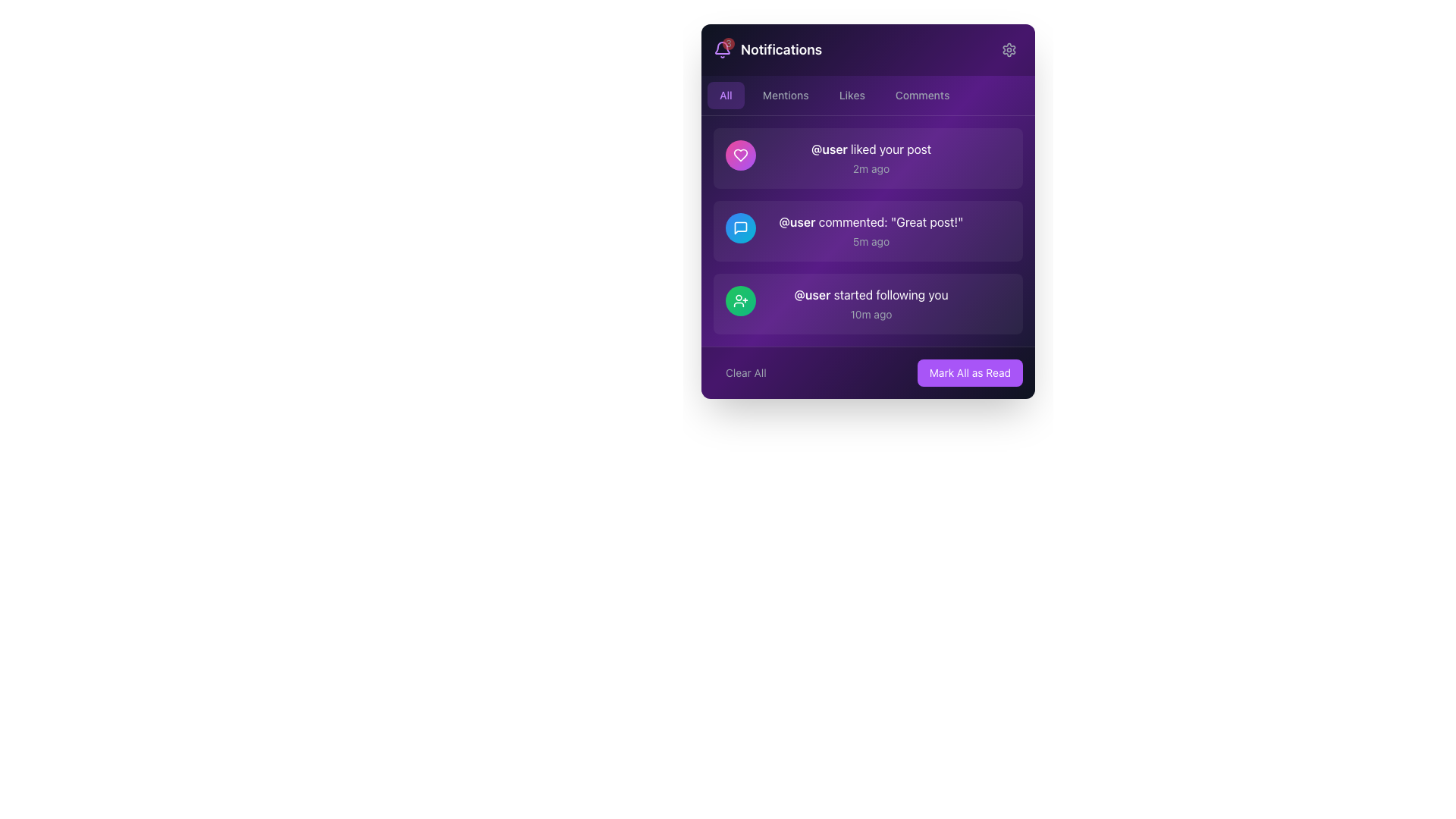 The height and width of the screenshot is (819, 1456). I want to click on the text label that reads '@user liked your post', which is styled in white font on a purple background and is the first notification item in the stack, so click(871, 149).